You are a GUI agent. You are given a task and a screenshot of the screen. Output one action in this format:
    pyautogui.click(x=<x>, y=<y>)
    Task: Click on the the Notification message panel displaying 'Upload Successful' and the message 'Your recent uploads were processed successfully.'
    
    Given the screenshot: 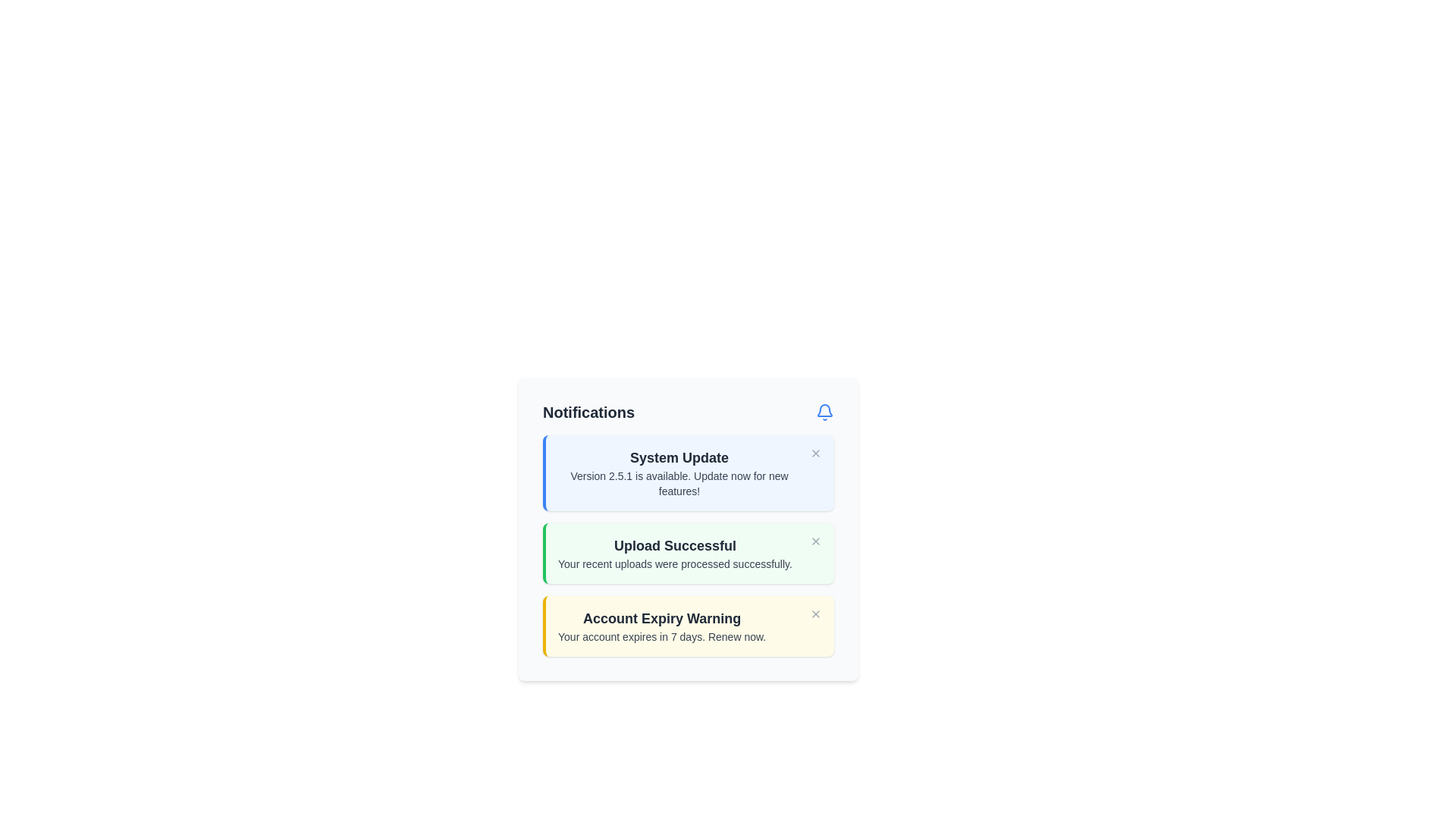 What is the action you would take?
    pyautogui.click(x=687, y=546)
    